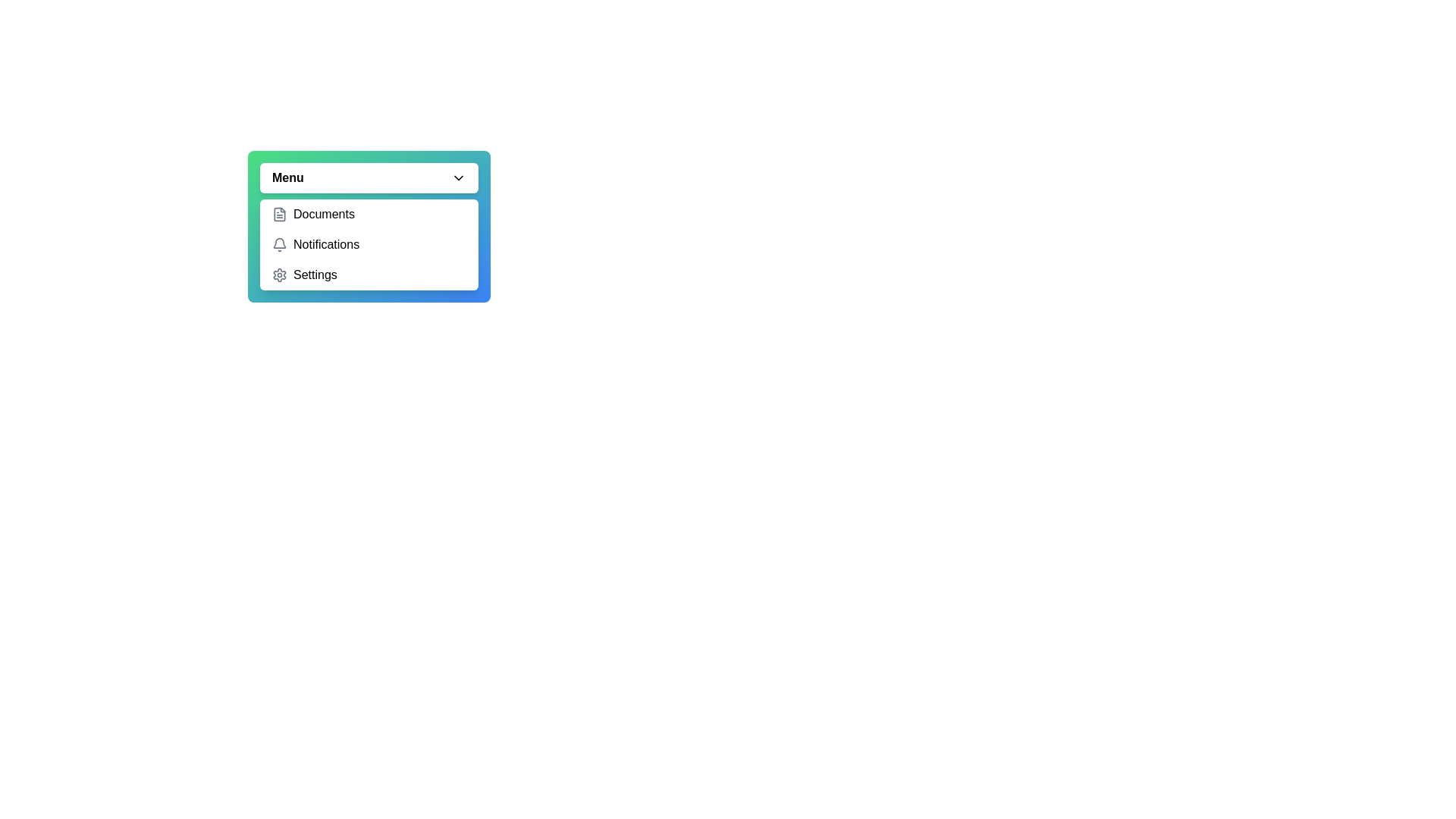 This screenshot has width=1456, height=819. Describe the element at coordinates (280, 244) in the screenshot. I see `the bell-shaped icon used for notifications, which is located to the left of the 'Notifications' label in the dropdown menu` at that location.